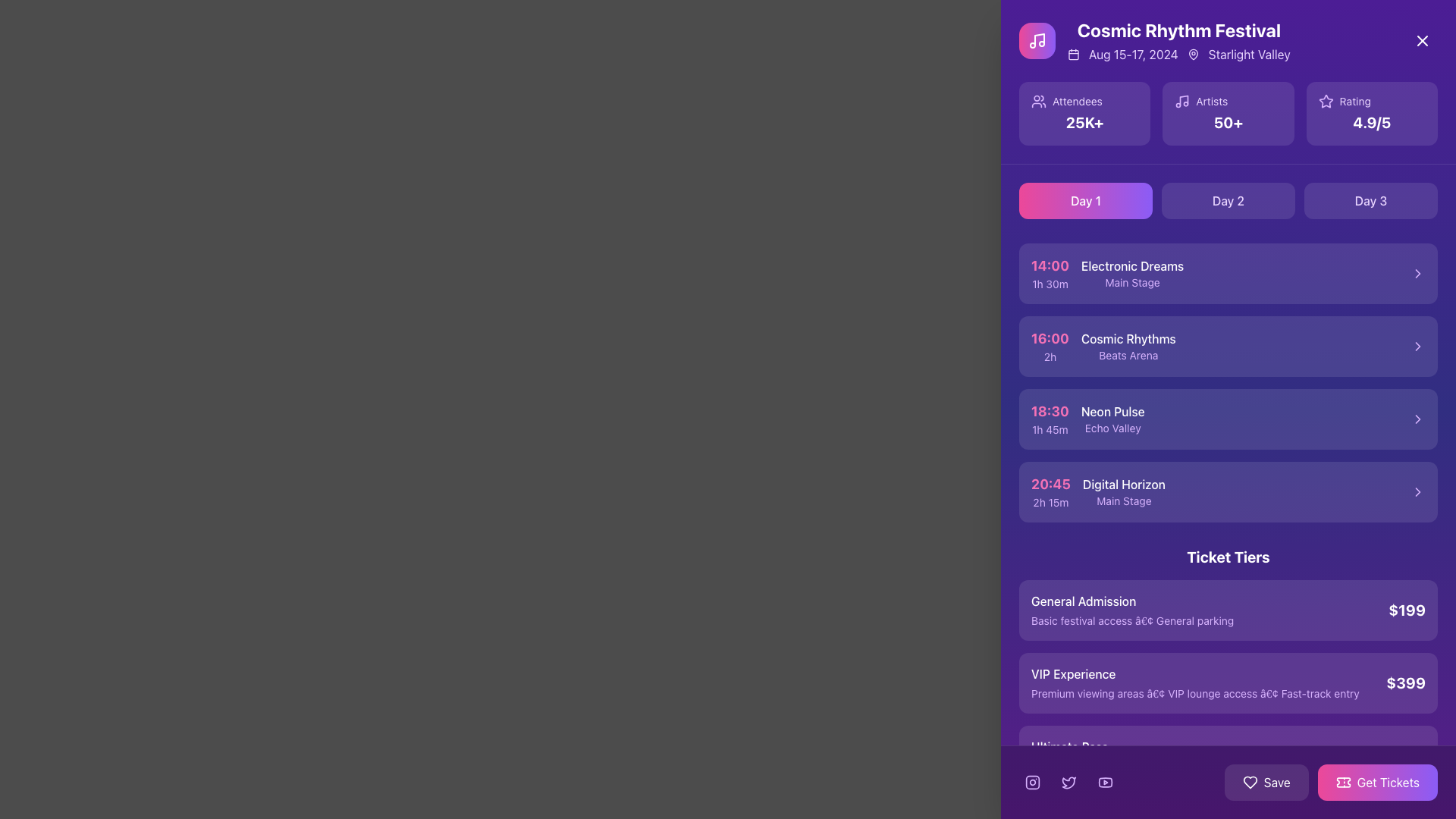  What do you see at coordinates (1194, 683) in the screenshot?
I see `the informative ticket description text label for the 'VIP Experience' ticket, located in the 'Ticket Tiers' section, second from the top, to the left of the '$399' price label` at bounding box center [1194, 683].